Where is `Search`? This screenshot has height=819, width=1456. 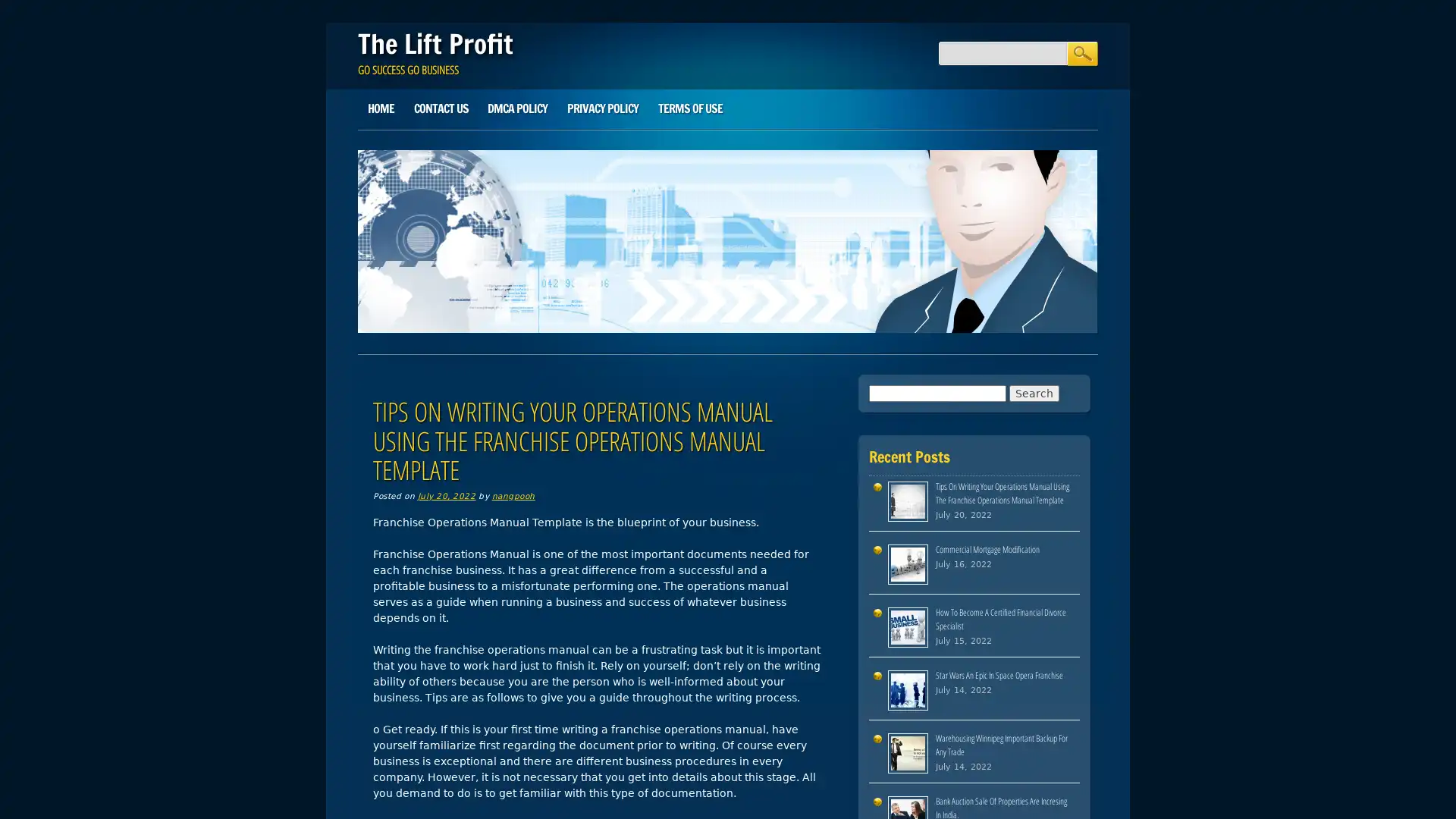 Search is located at coordinates (1081, 52).